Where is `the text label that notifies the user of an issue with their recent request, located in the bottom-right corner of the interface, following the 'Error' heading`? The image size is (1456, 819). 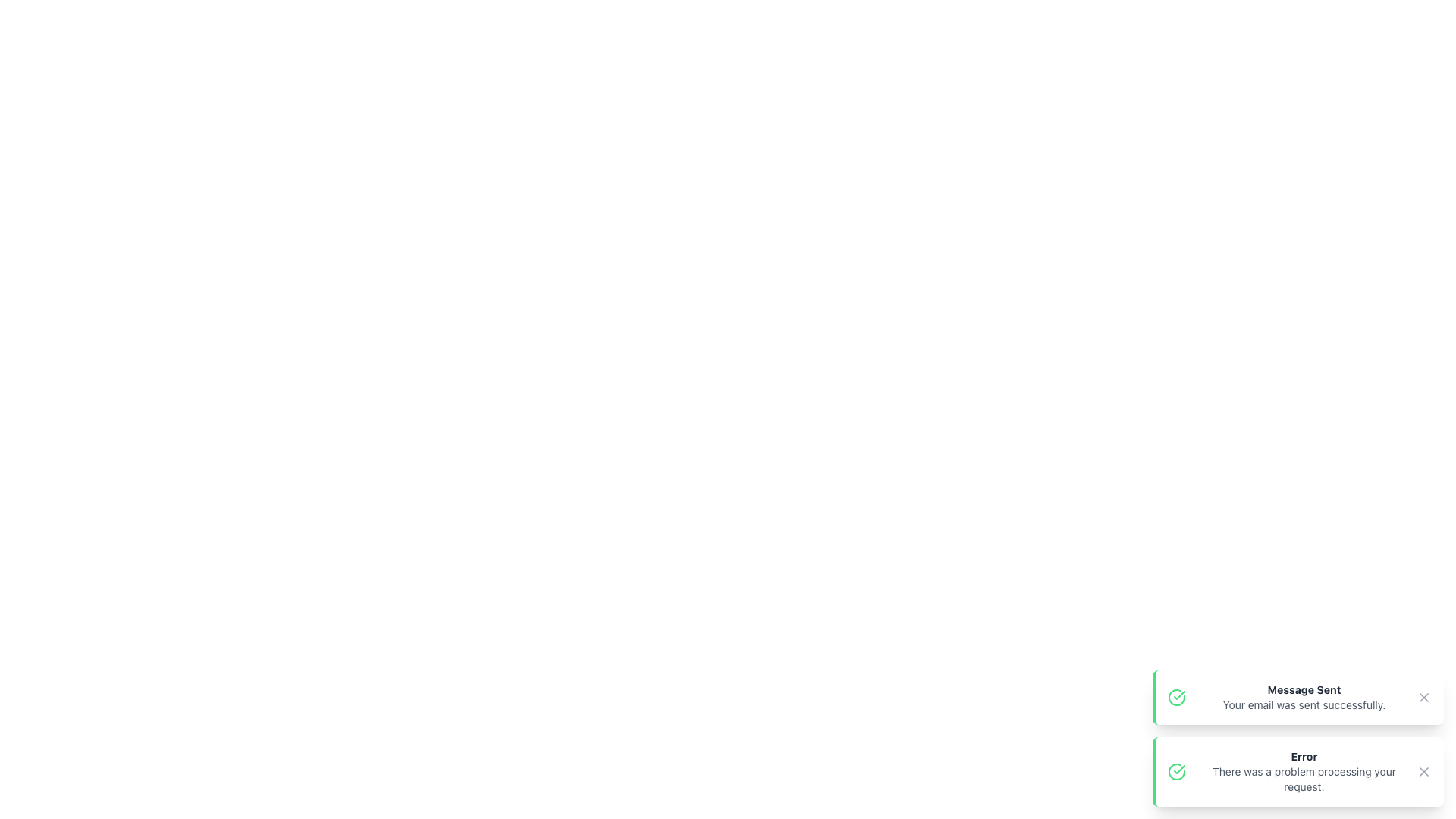 the text label that notifies the user of an issue with their recent request, located in the bottom-right corner of the interface, following the 'Error' heading is located at coordinates (1303, 780).